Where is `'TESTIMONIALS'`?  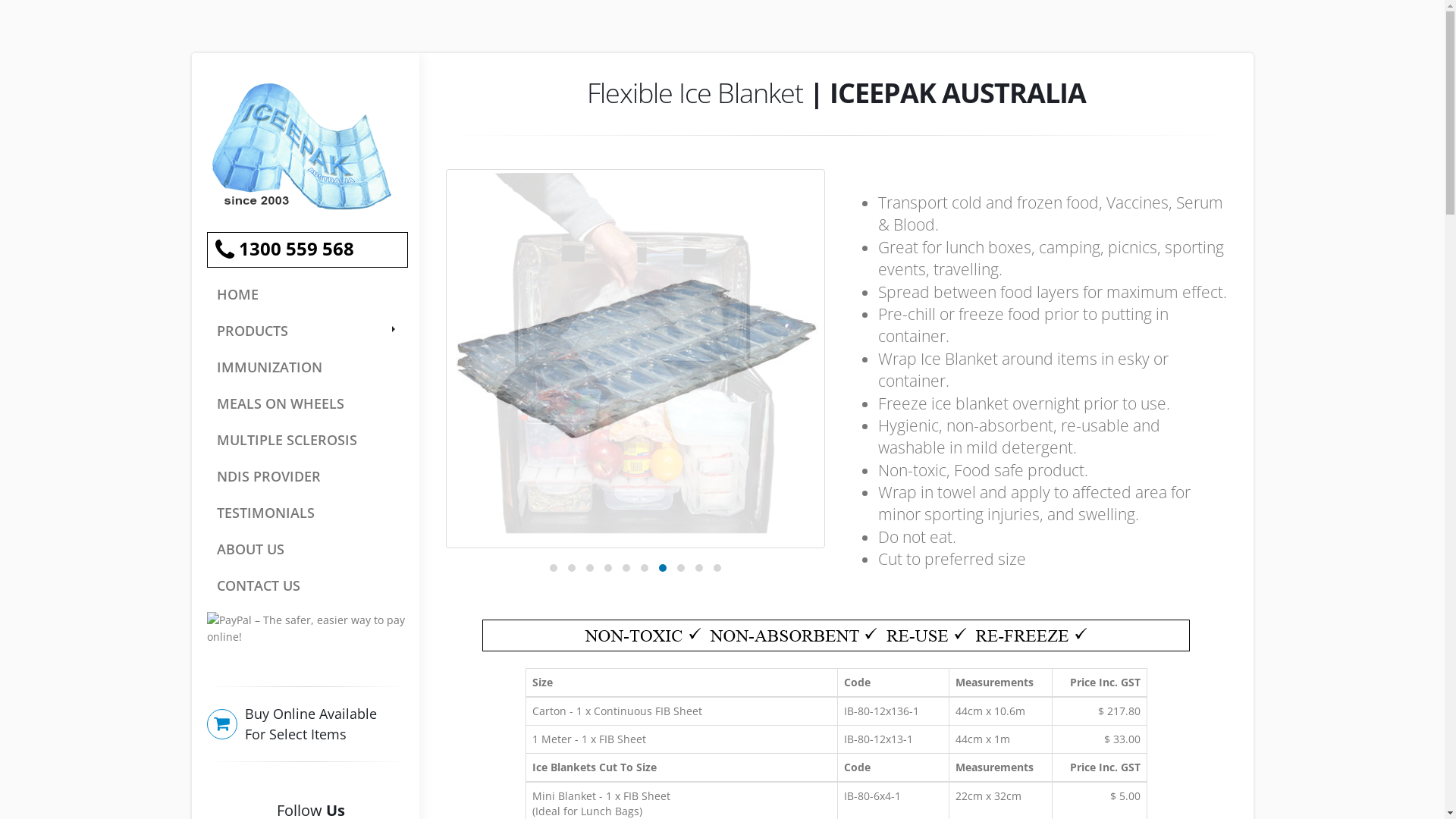 'TESTIMONIALS' is located at coordinates (306, 512).